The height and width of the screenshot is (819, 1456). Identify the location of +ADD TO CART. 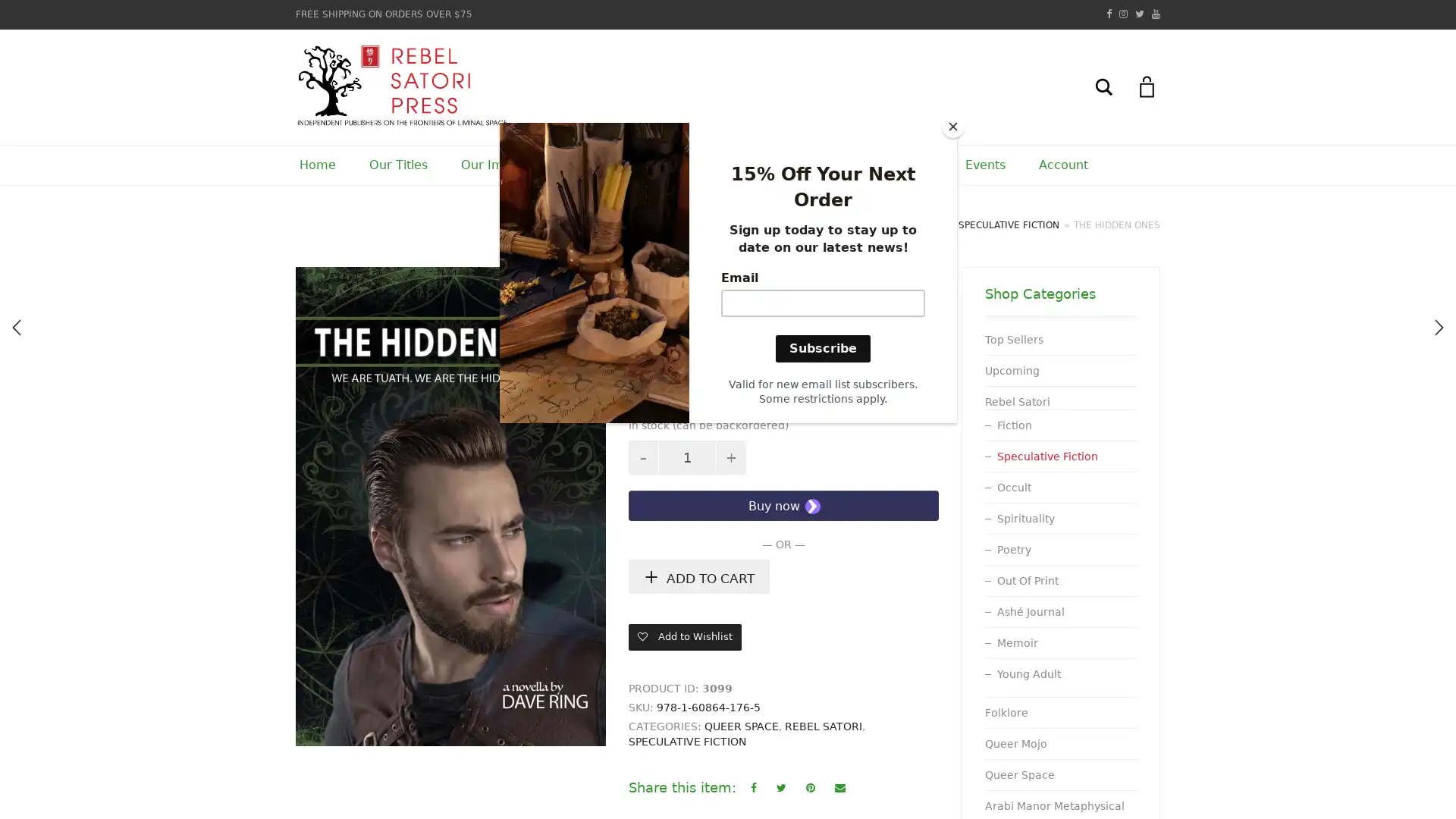
(698, 576).